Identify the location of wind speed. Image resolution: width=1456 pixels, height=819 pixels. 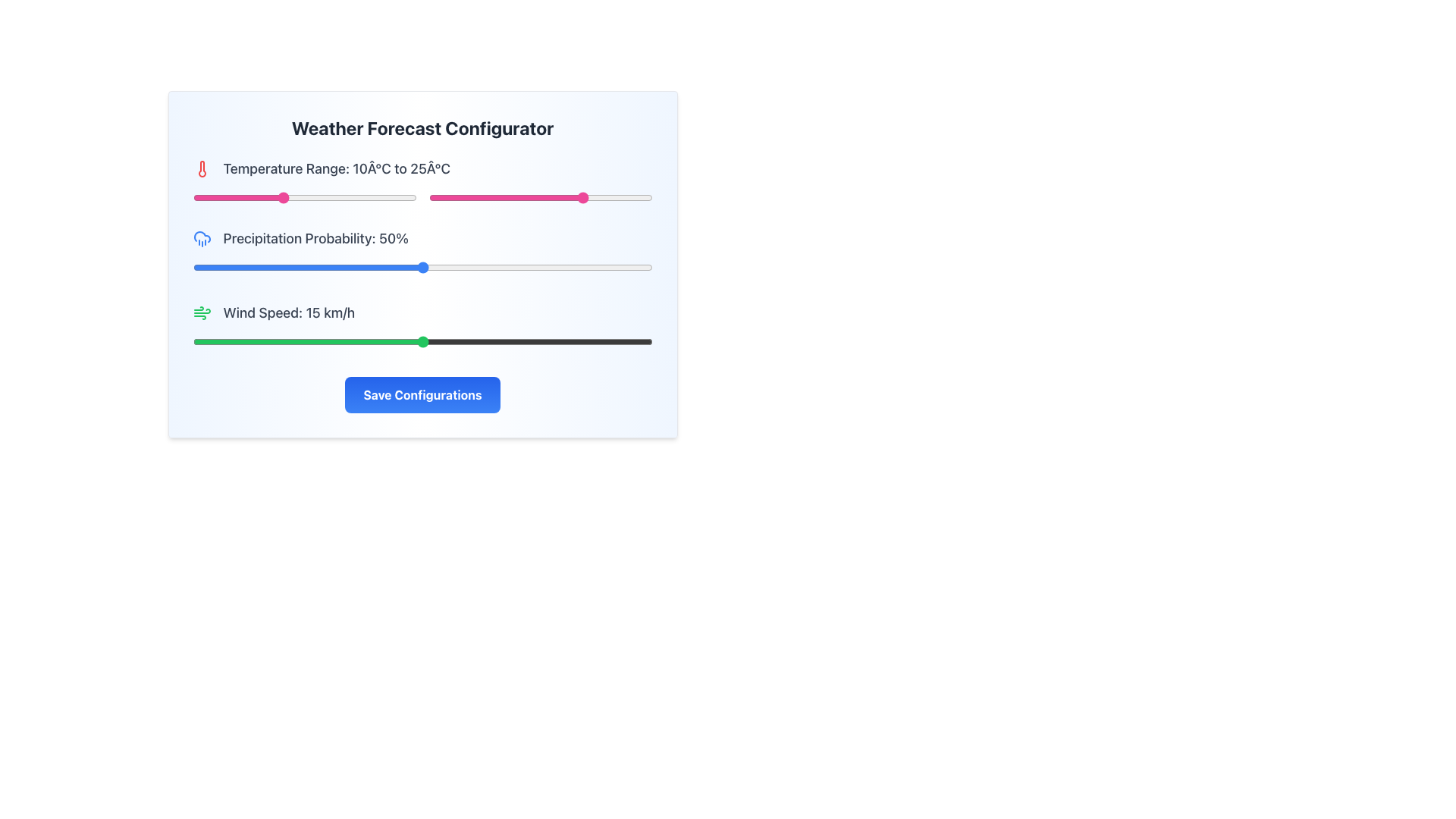
(422, 342).